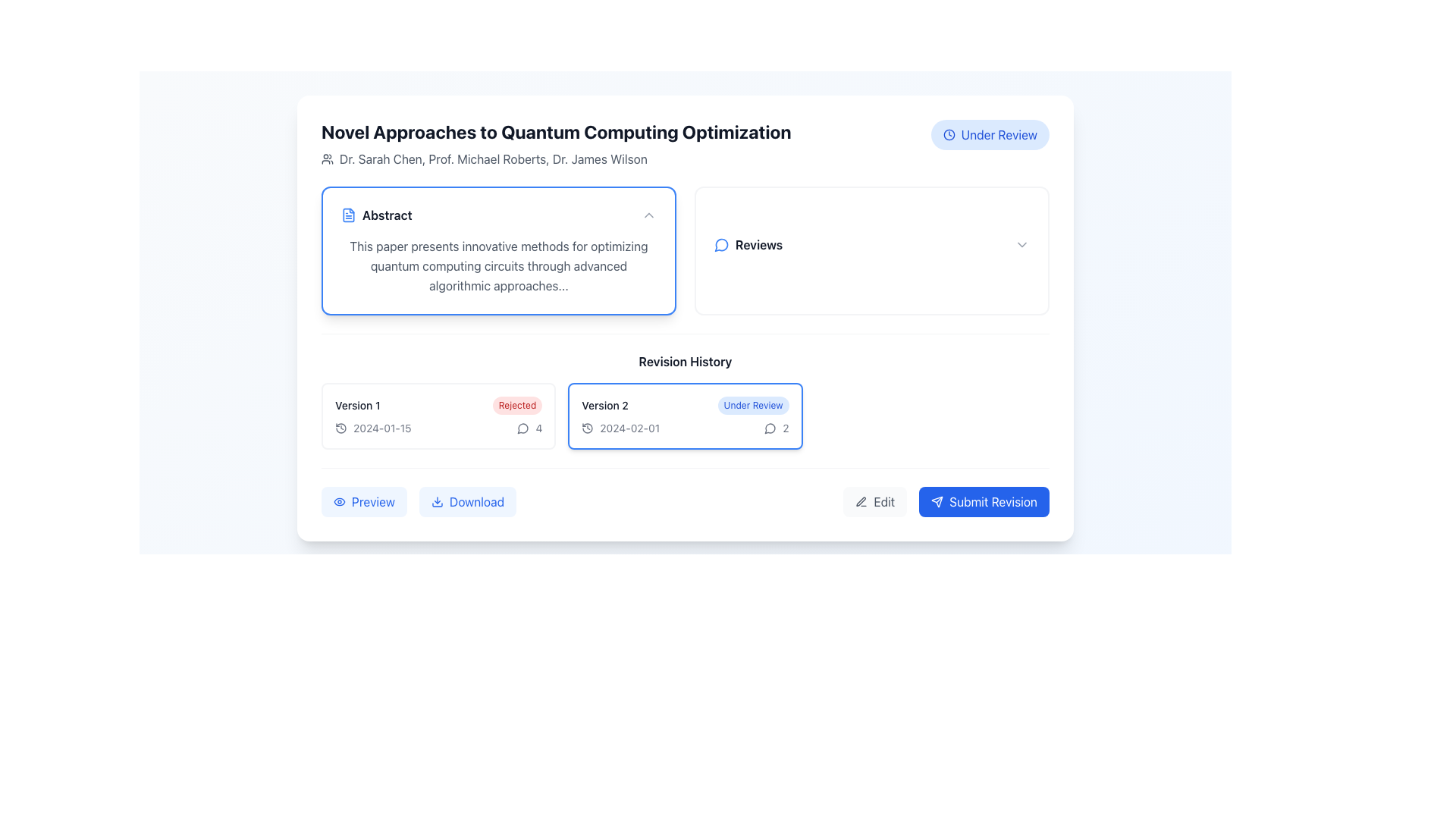 The width and height of the screenshot is (1456, 819). What do you see at coordinates (753, 405) in the screenshot?
I see `the small, rounded badge labeled 'Under Review' which is visually adjacent to the text 'Version 2' in the top-right corner of the card containing version details` at bounding box center [753, 405].